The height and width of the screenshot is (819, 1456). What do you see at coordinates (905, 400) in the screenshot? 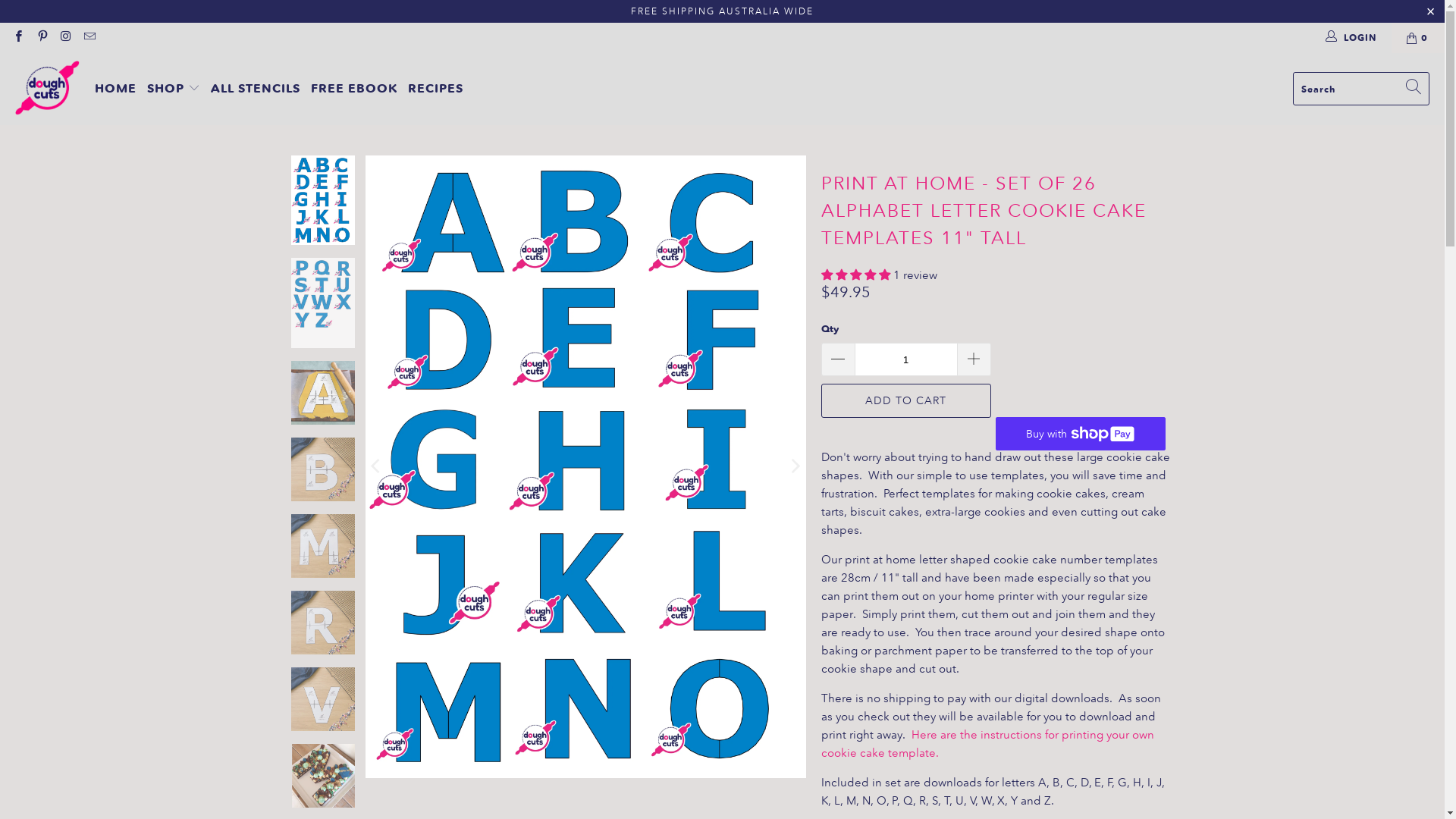
I see `'ADD TO CART'` at bounding box center [905, 400].